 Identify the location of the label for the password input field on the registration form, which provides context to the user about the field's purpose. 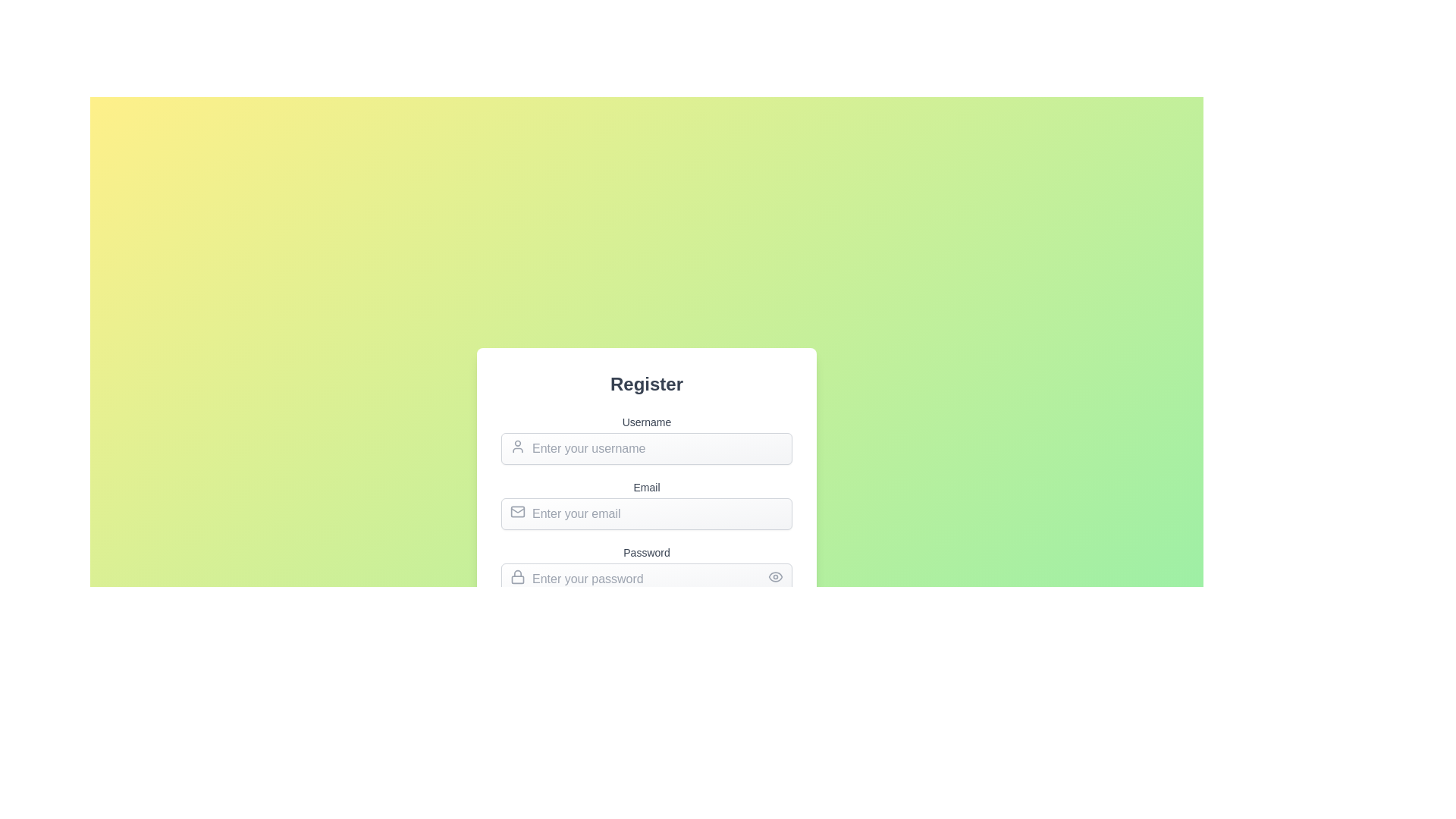
(647, 553).